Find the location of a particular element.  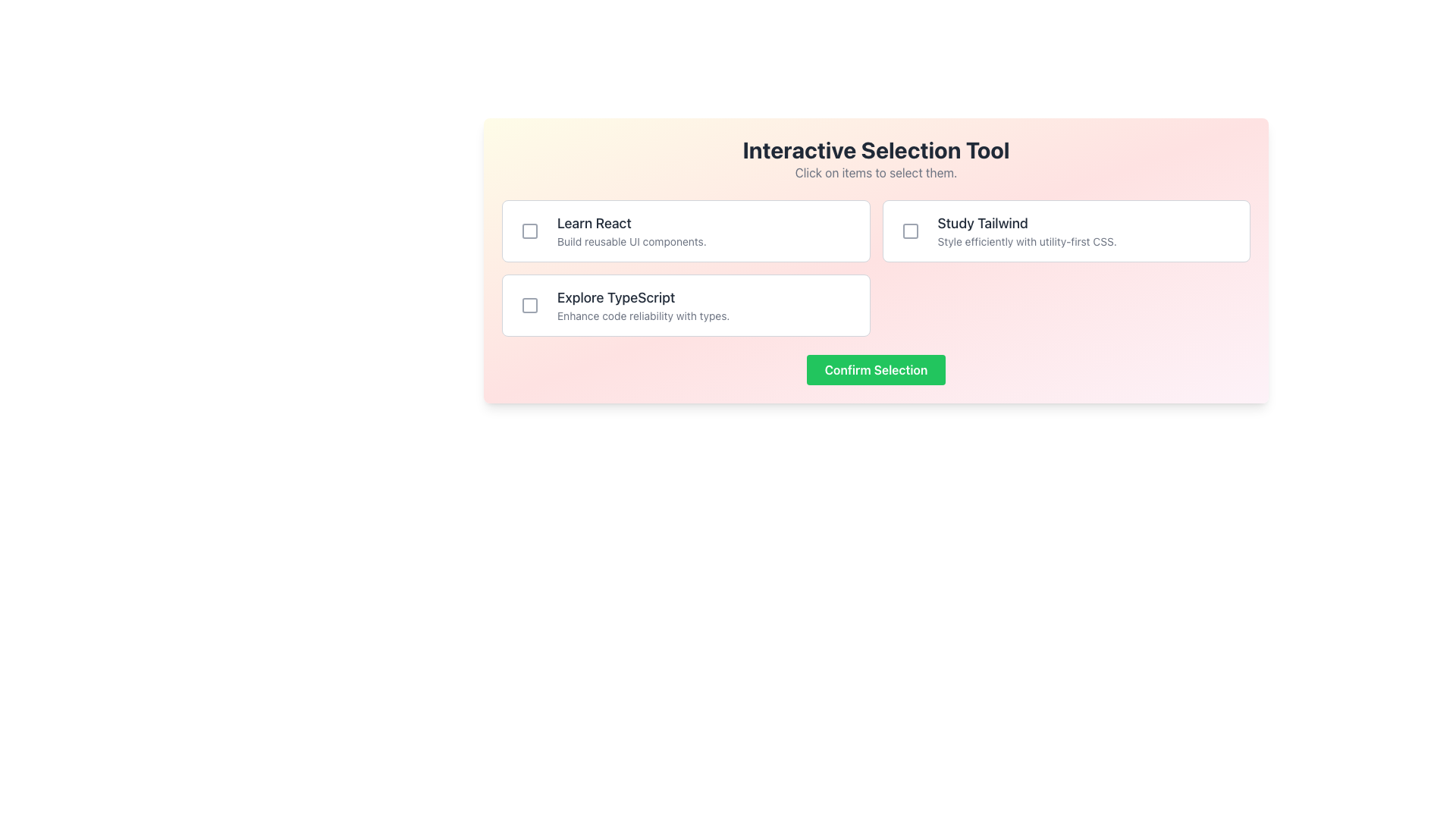

the checkbox located at the top-left corner of the 'Study Tailwind' item in the list is located at coordinates (910, 231).